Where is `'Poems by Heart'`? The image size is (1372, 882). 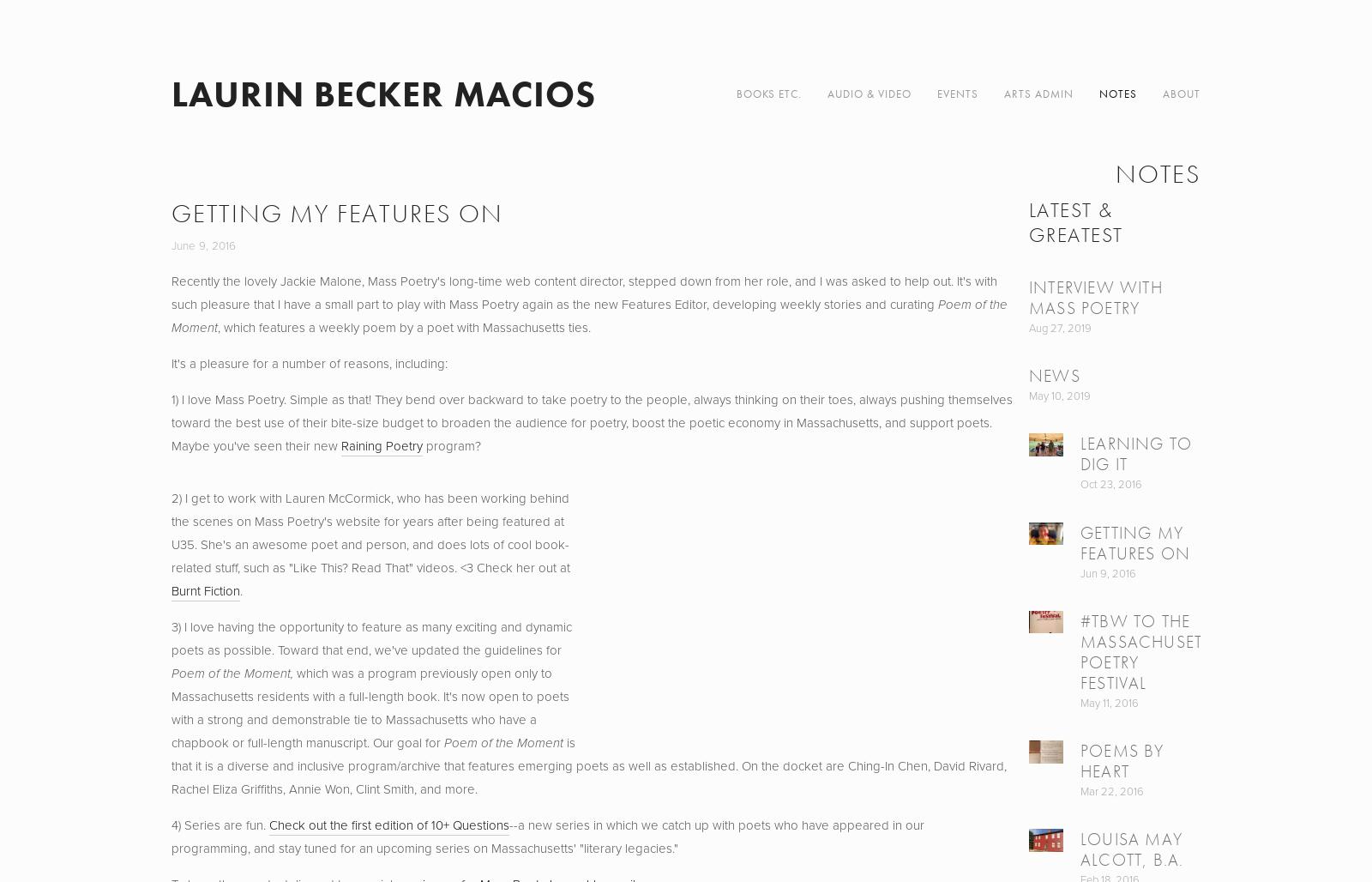 'Poems by Heart' is located at coordinates (1121, 759).